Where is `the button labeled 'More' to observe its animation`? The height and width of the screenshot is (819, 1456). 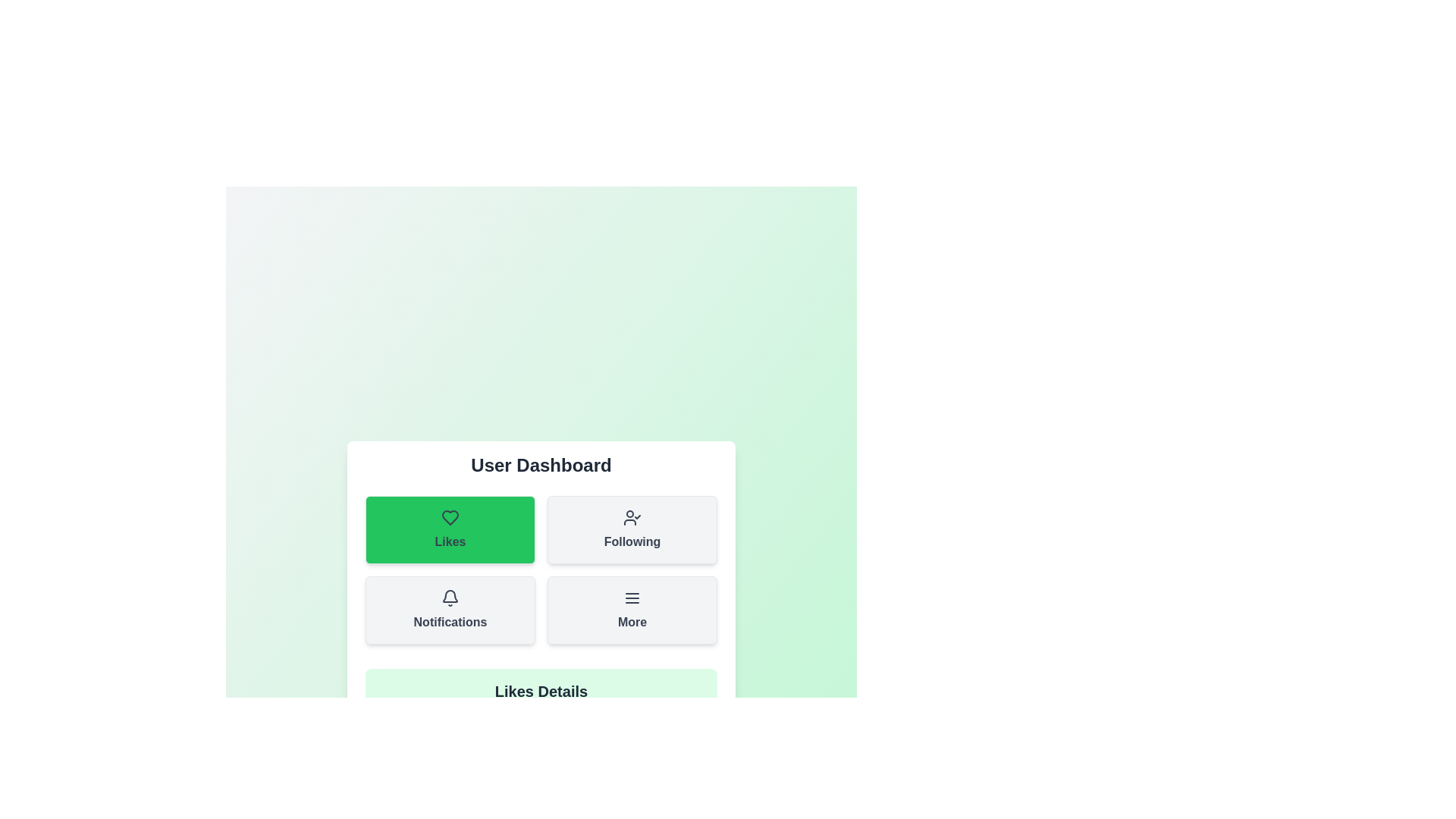
the button labeled 'More' to observe its animation is located at coordinates (632, 610).